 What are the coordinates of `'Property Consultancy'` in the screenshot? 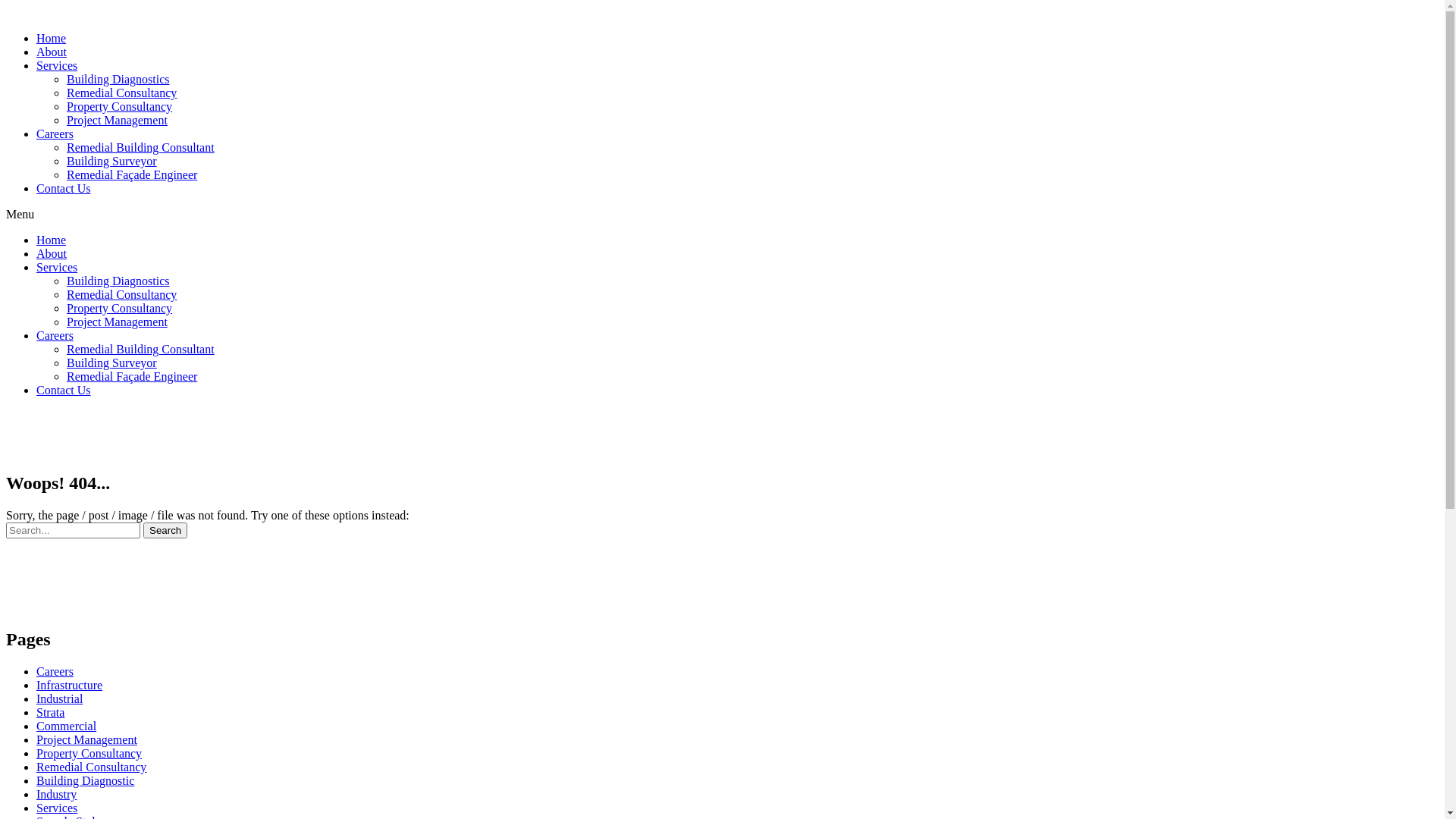 It's located at (118, 307).